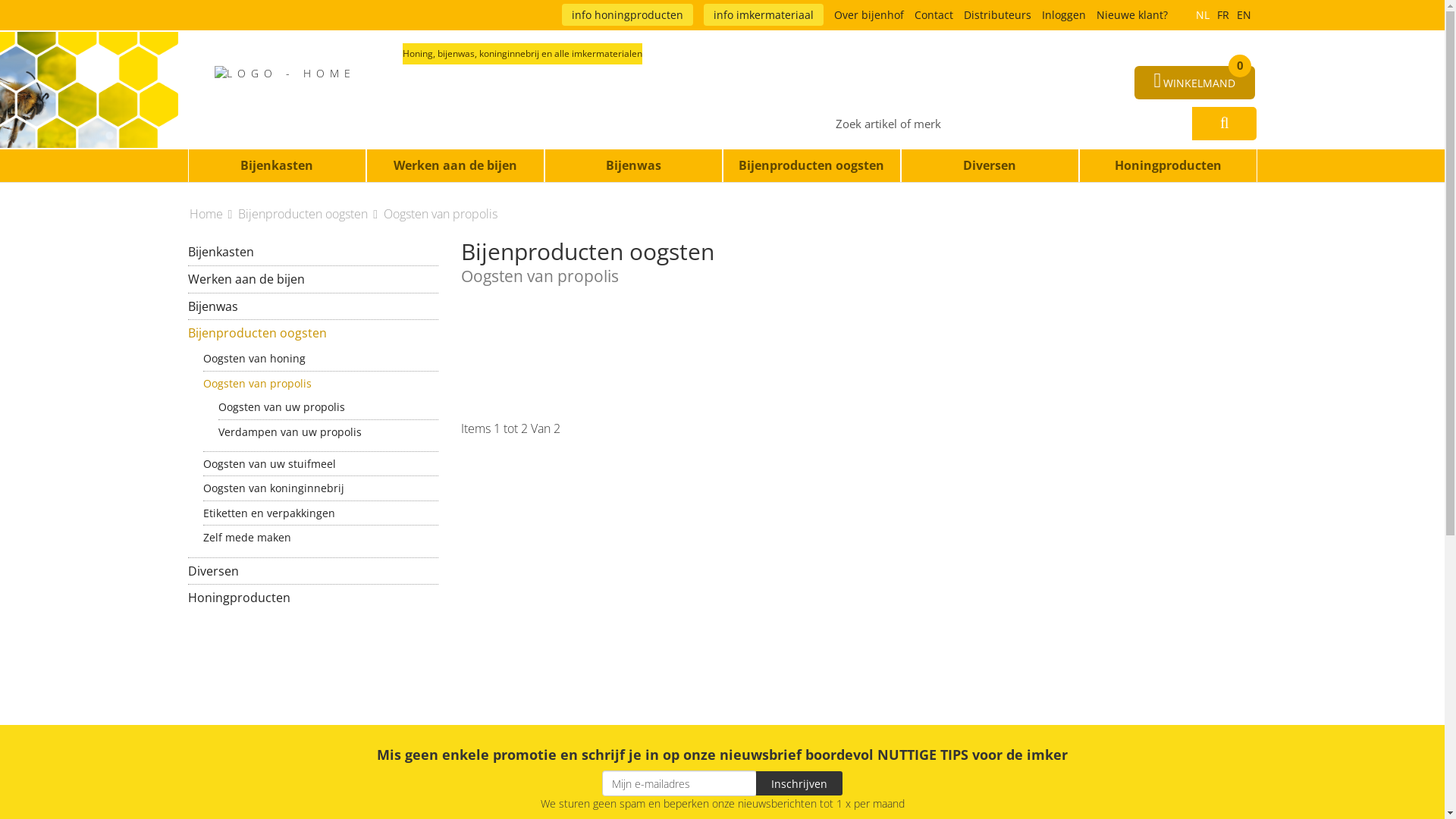 This screenshot has height=819, width=1456. I want to click on 'FR', so click(1222, 15).